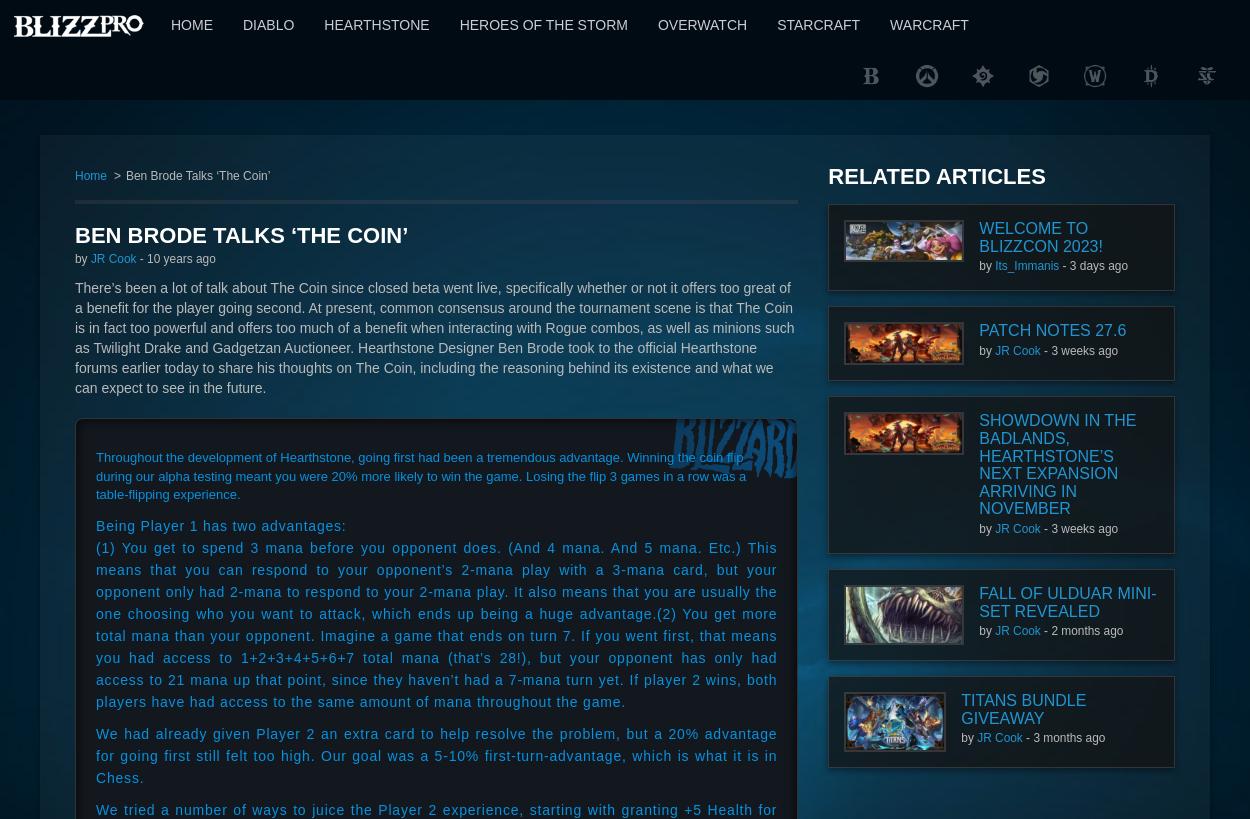 This screenshot has height=819, width=1250. I want to click on 'Fall of Ulduar Mini-Set Revealed', so click(1066, 600).